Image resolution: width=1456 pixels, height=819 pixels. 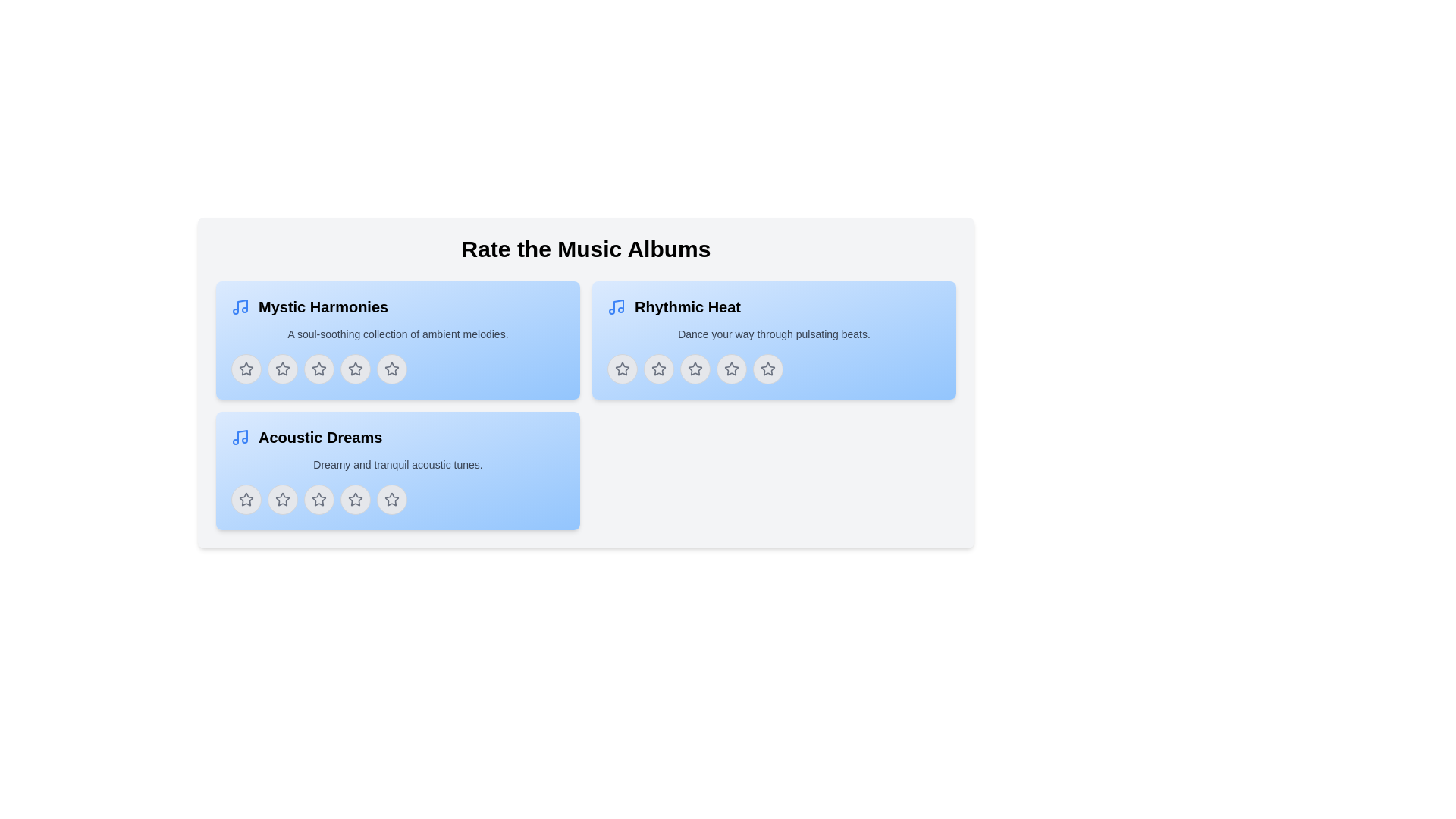 I want to click on the second star rating button below the 'Rhythmic Heat' album title, so click(x=658, y=369).